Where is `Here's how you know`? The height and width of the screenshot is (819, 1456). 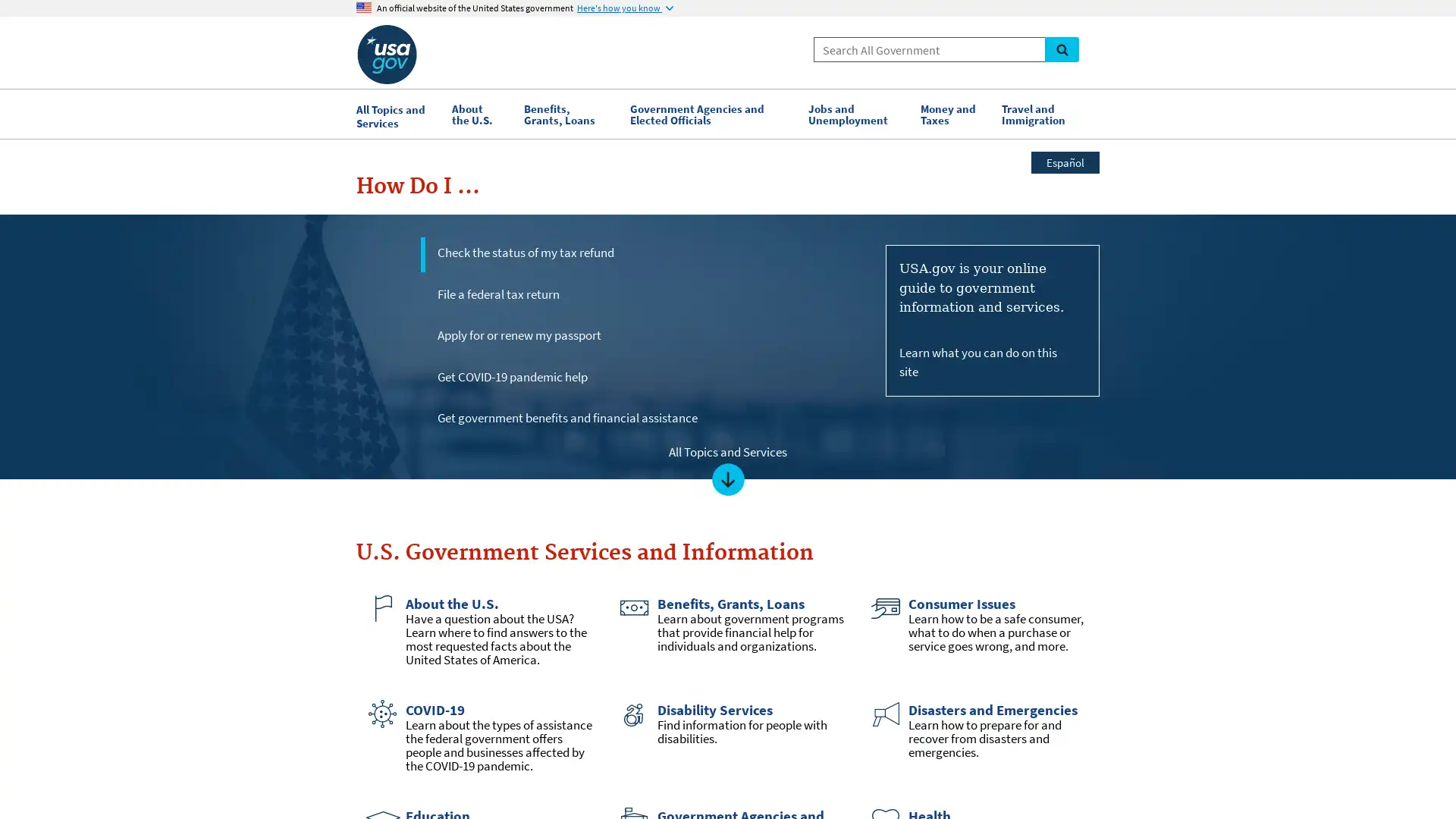
Here's how you know is located at coordinates (625, 8).